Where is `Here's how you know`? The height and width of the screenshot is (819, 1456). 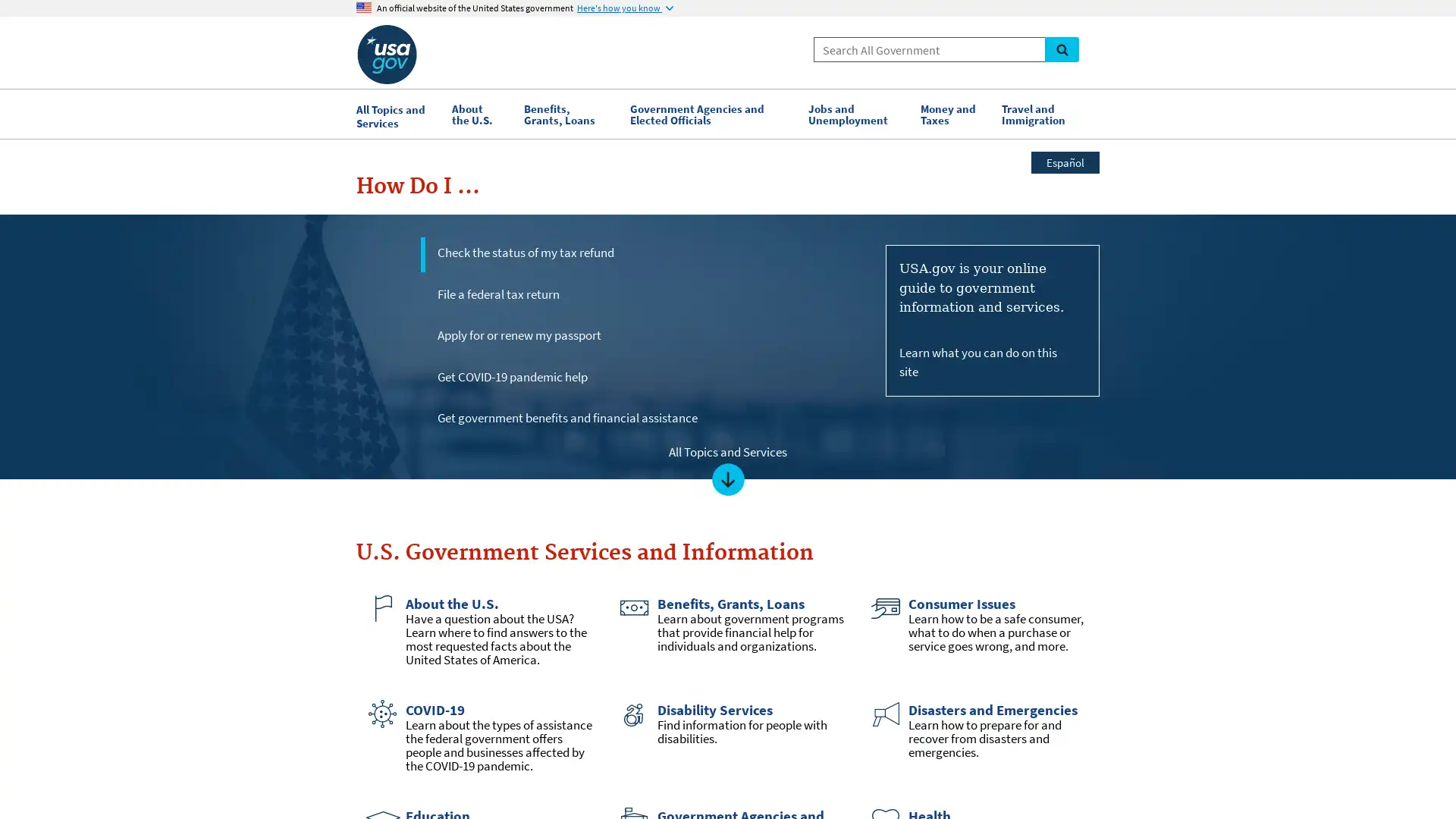
Here's how you know is located at coordinates (625, 8).